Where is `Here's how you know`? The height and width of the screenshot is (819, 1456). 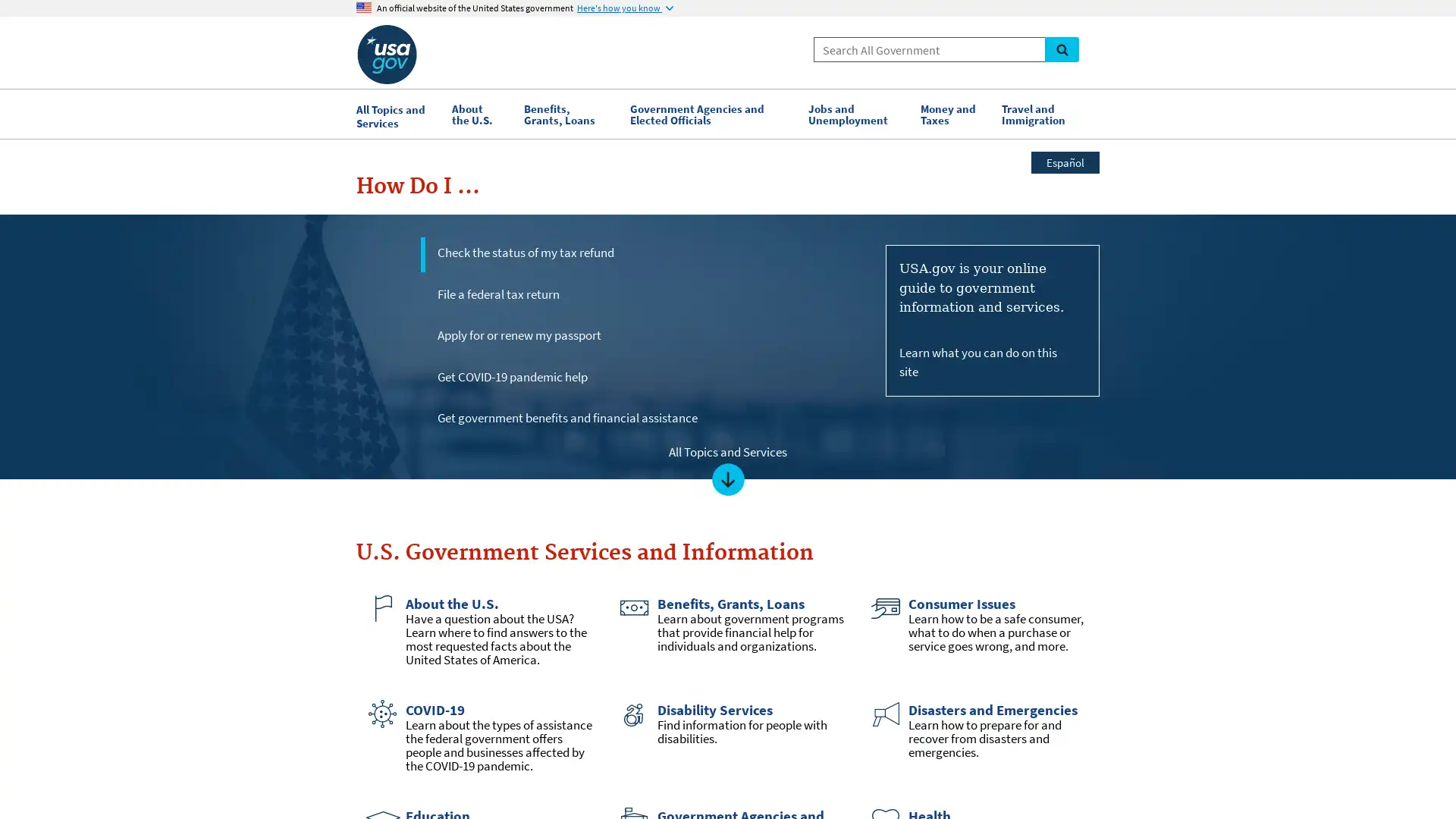
Here's how you know is located at coordinates (625, 8).